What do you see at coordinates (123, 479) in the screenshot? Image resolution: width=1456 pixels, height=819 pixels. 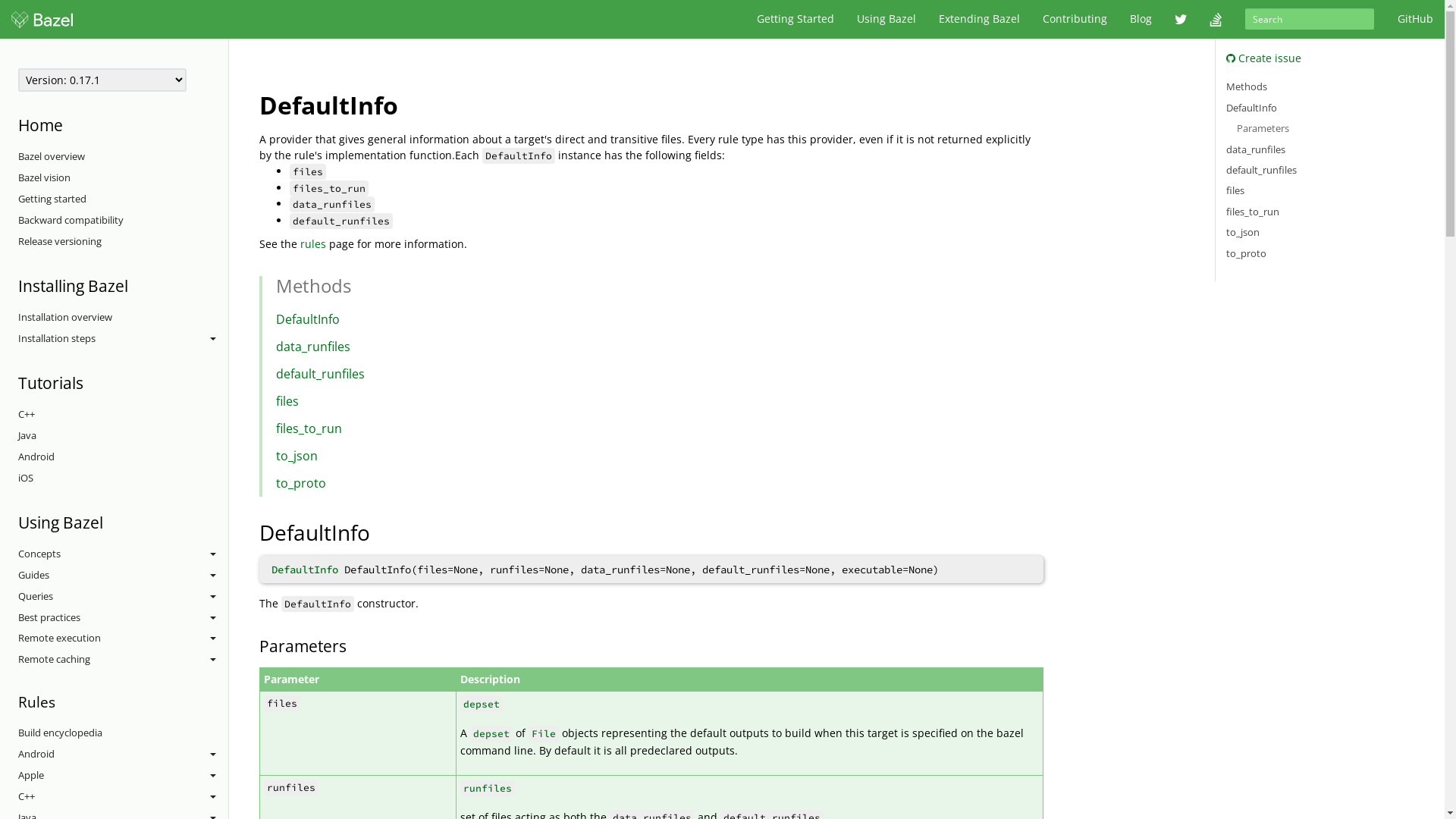 I see `'iOS'` at bounding box center [123, 479].